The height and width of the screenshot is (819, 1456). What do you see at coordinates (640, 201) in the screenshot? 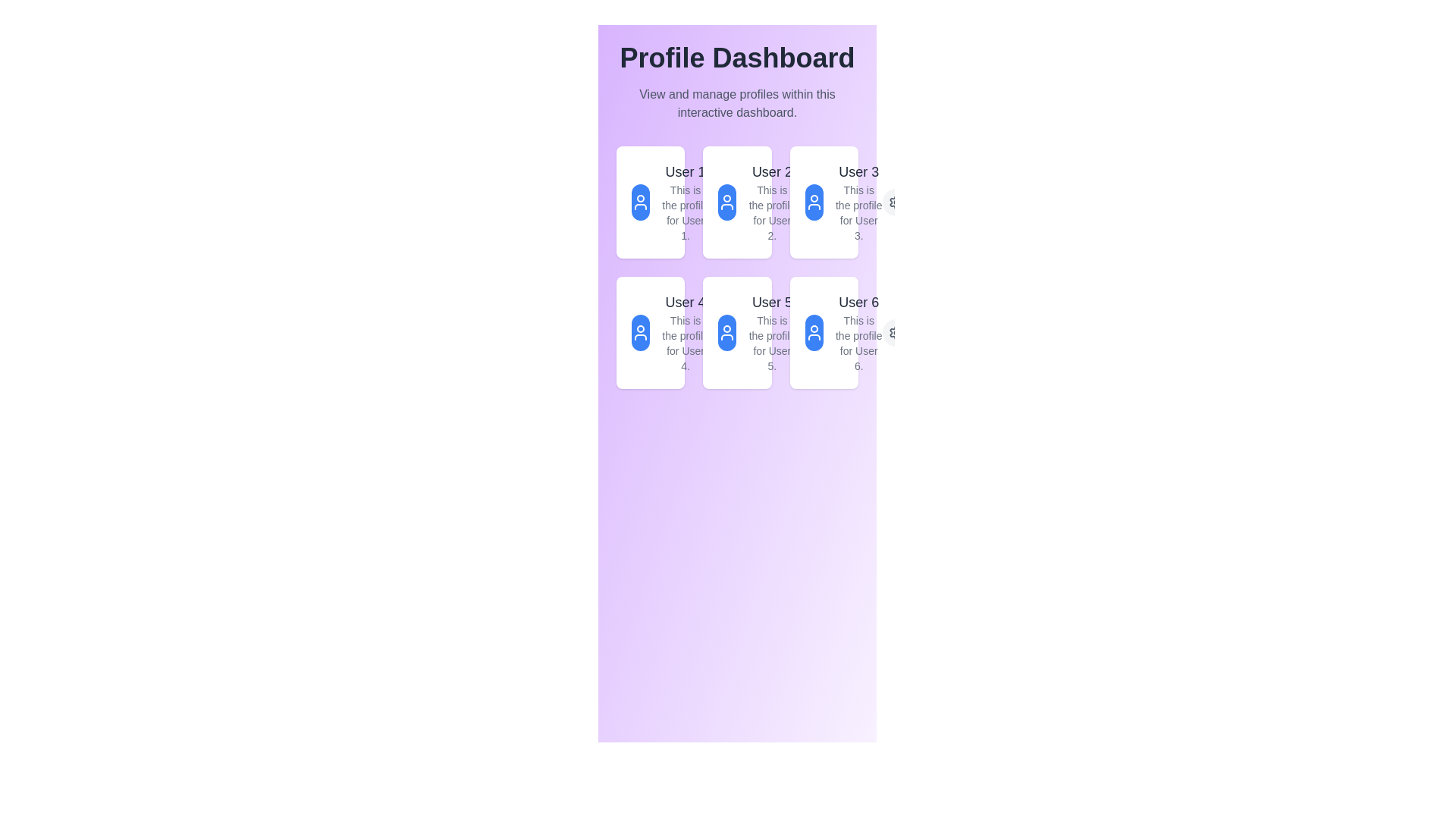
I see `the user profile SVG icon located at the top of the first profile card labeled 'User 1', which is represented by a circular blue background` at bounding box center [640, 201].